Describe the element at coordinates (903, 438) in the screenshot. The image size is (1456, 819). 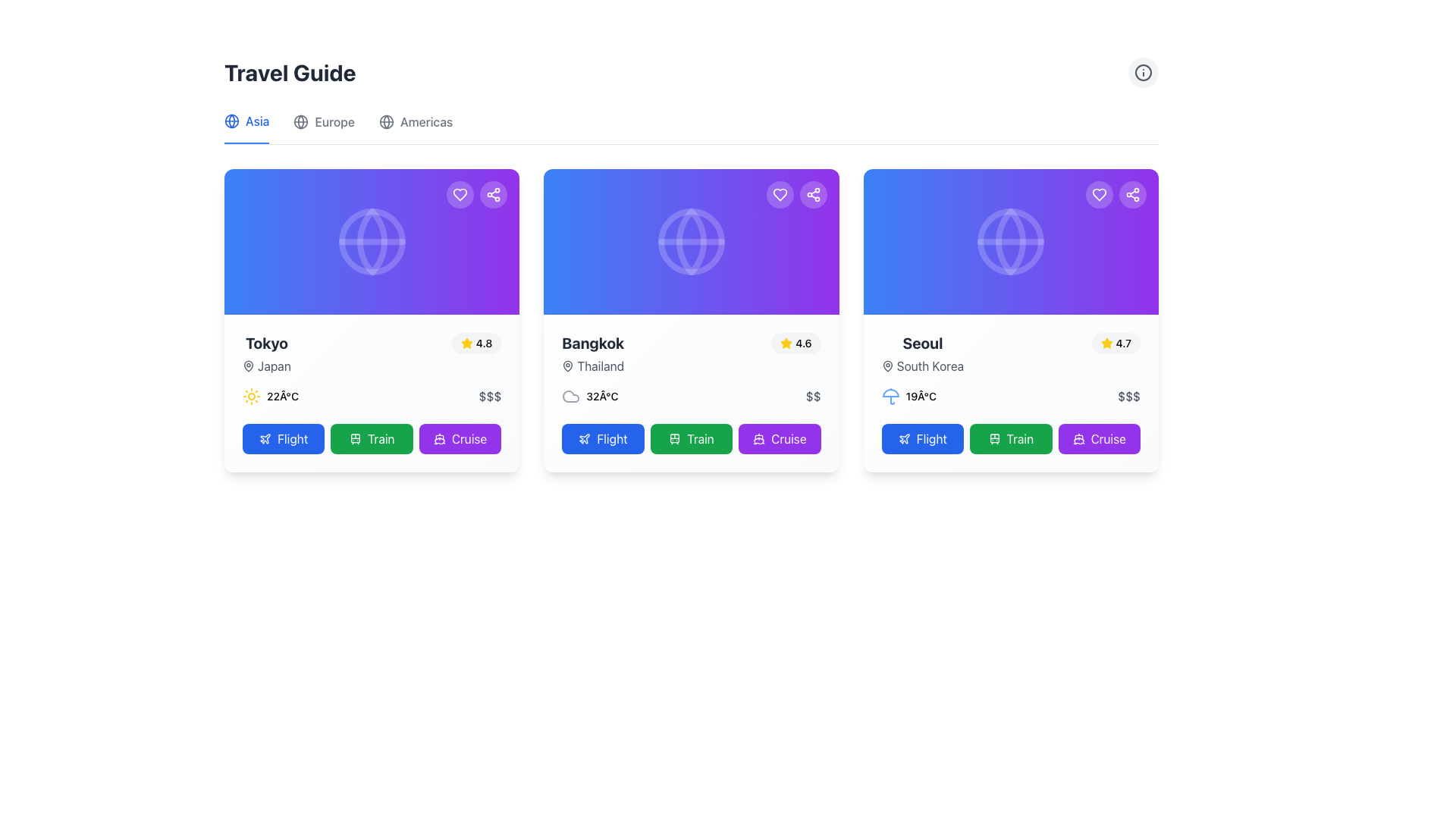
I see `the flight-related Vector graphic icon located at the bottom of the travel options card` at that location.